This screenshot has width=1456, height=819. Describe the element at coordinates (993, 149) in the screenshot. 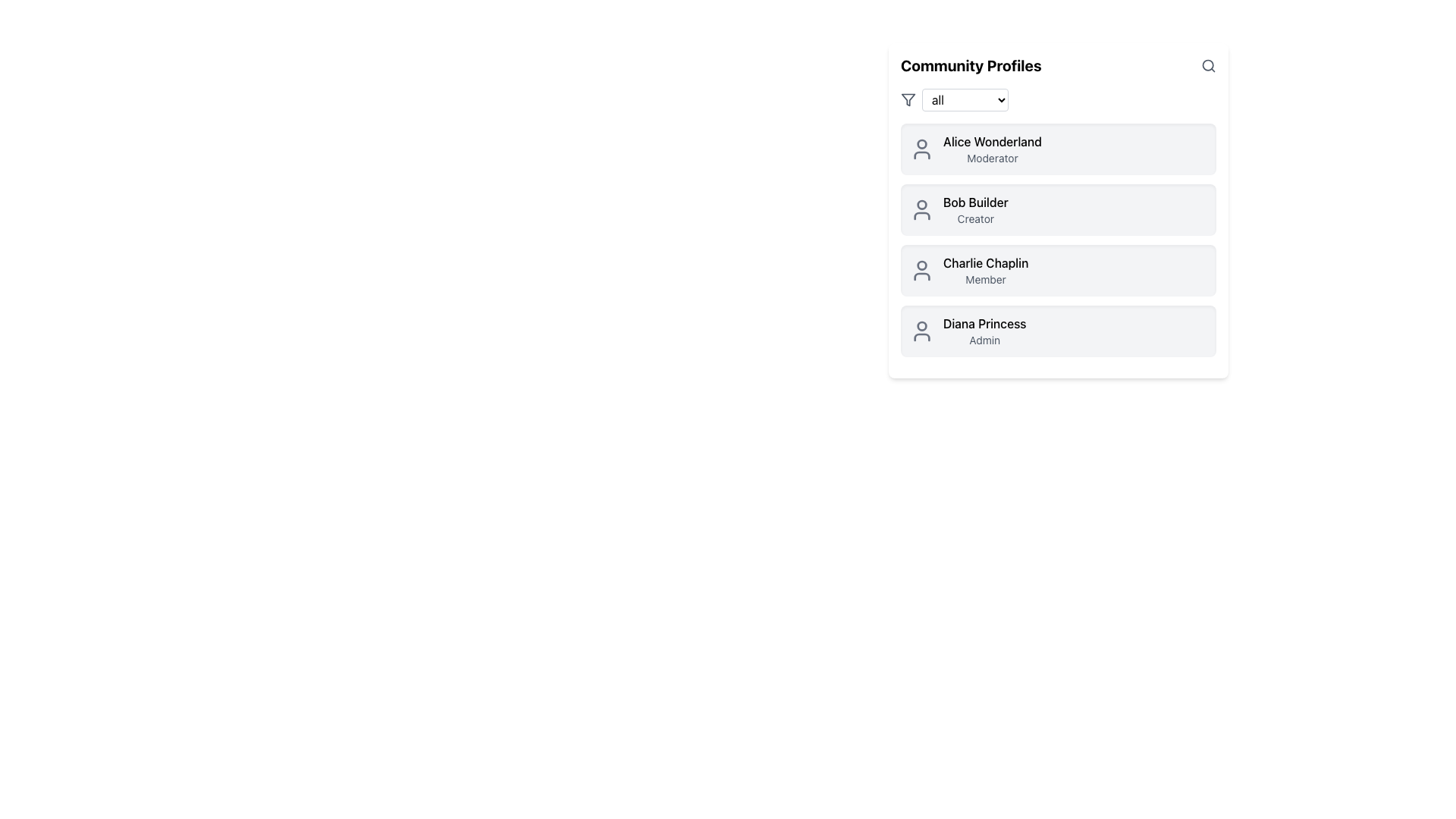

I see `the text display element that shows 'Alice Wonderland' and 'Moderator', located under 'Community Profiles'` at that location.